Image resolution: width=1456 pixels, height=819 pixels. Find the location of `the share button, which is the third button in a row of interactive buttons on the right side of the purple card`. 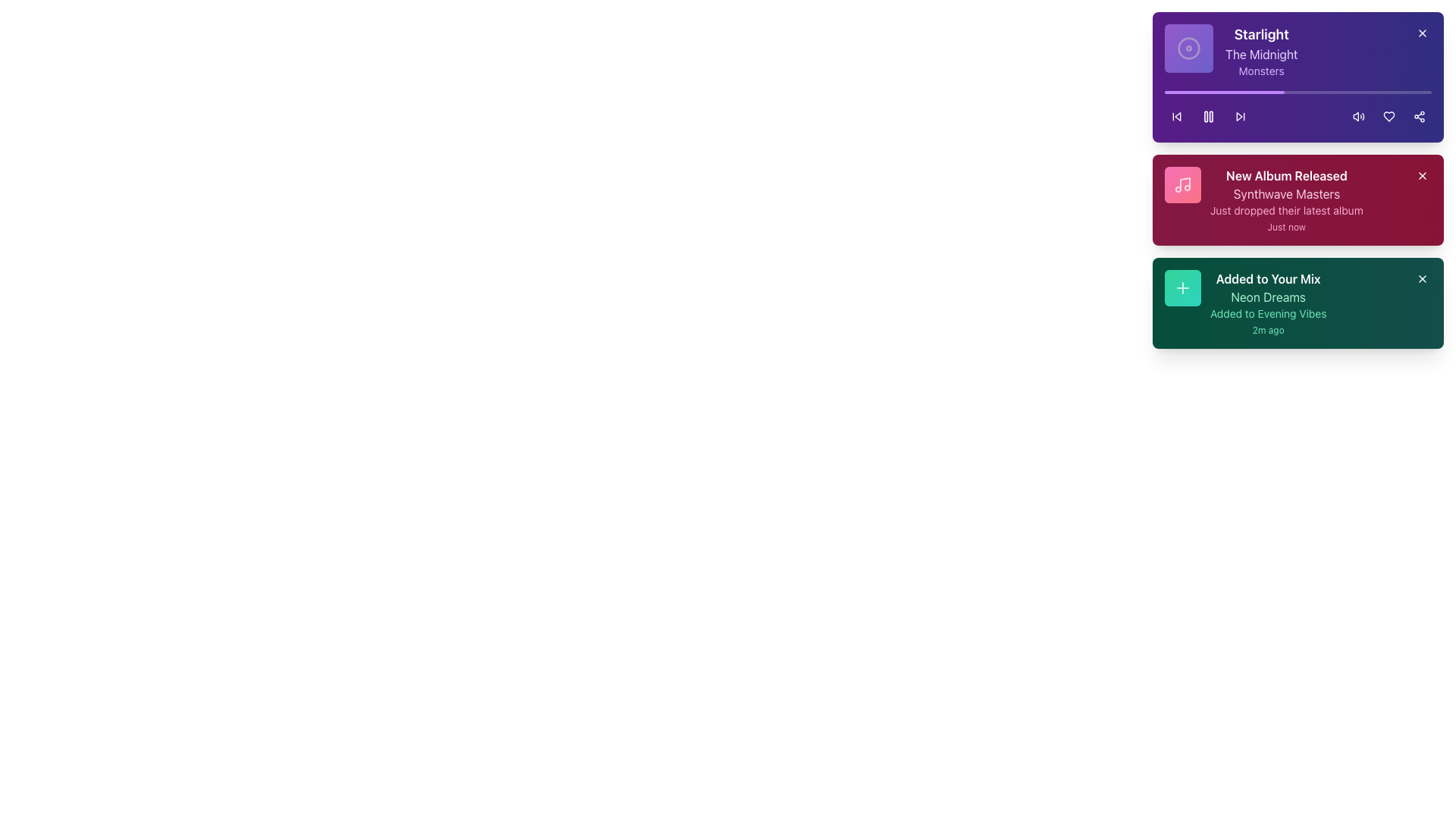

the share button, which is the third button in a row of interactive buttons on the right side of the purple card is located at coordinates (1419, 116).